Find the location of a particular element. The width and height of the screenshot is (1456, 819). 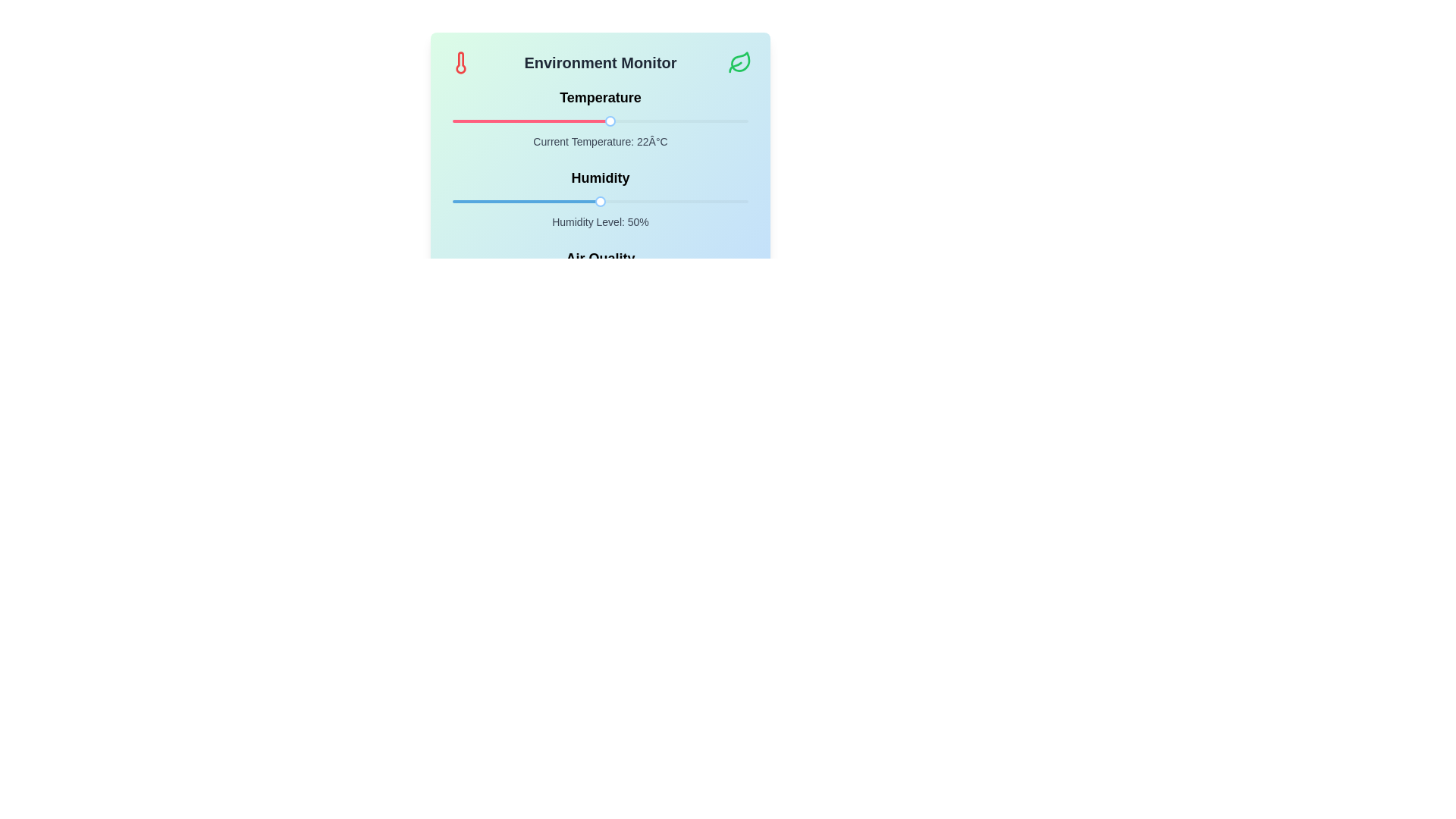

humidity is located at coordinates (538, 201).